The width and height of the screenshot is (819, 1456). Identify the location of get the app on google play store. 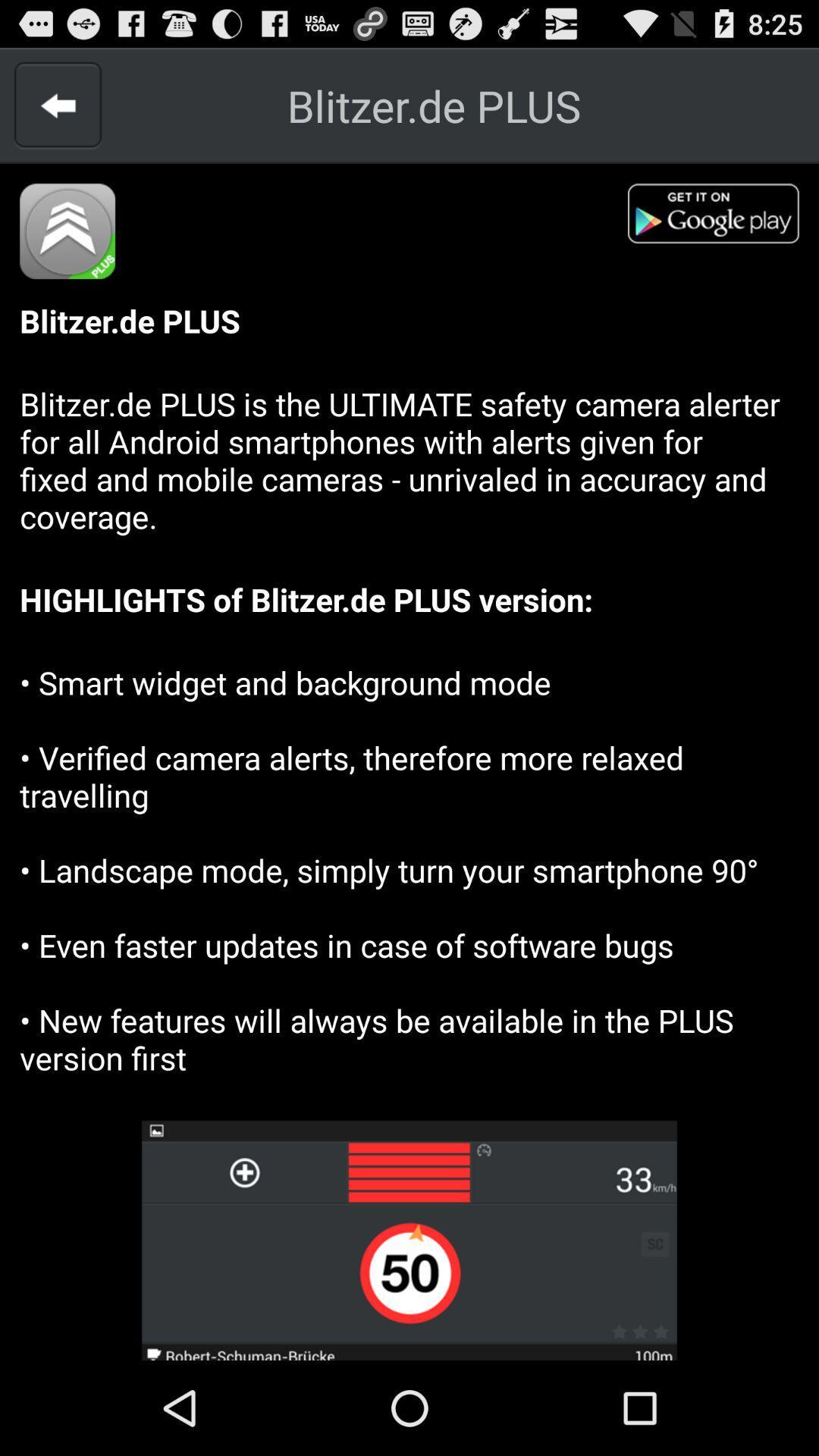
(722, 218).